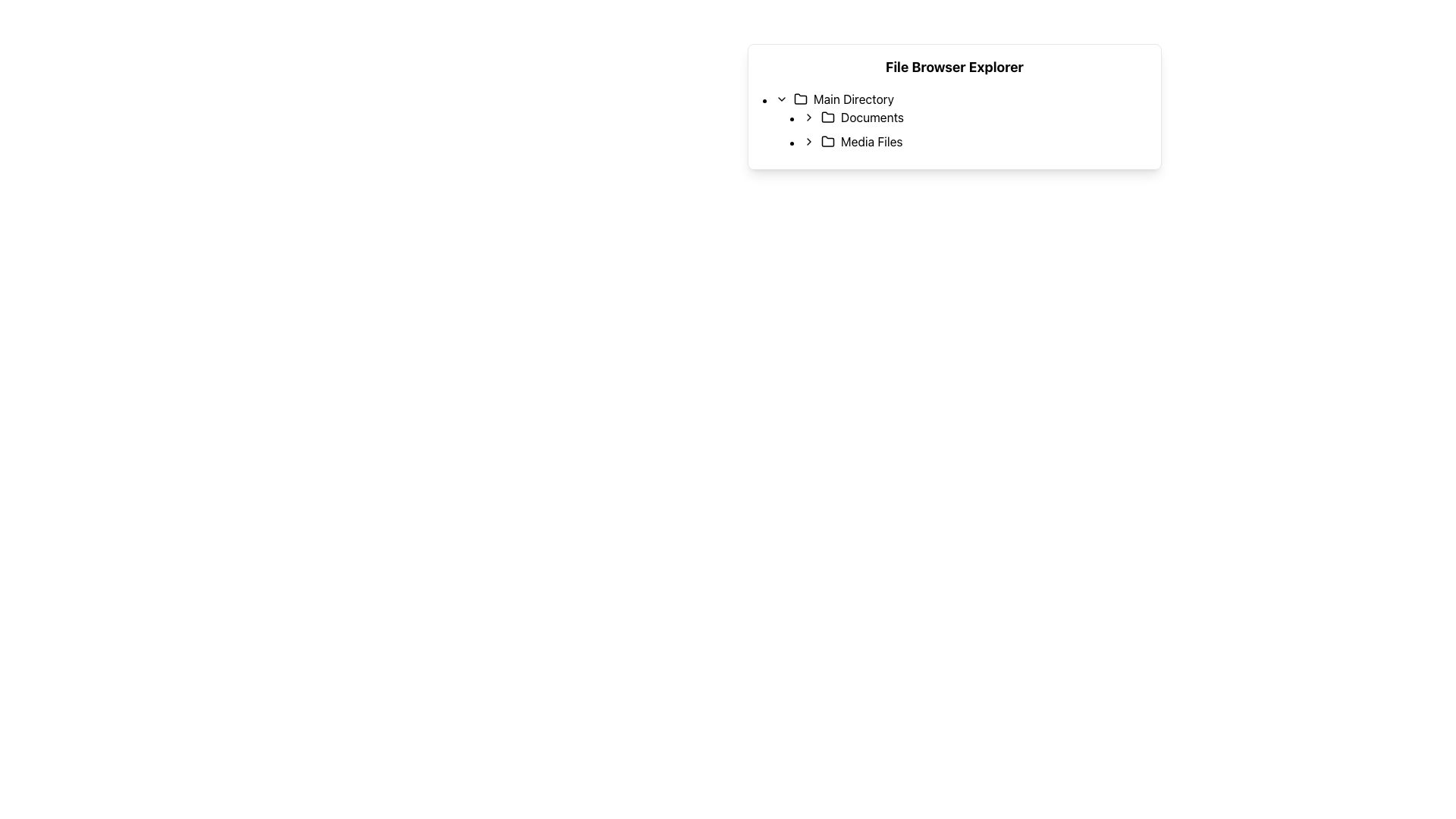 This screenshot has height=819, width=1456. What do you see at coordinates (872, 116) in the screenshot?
I see `the 'Documents' folder label` at bounding box center [872, 116].